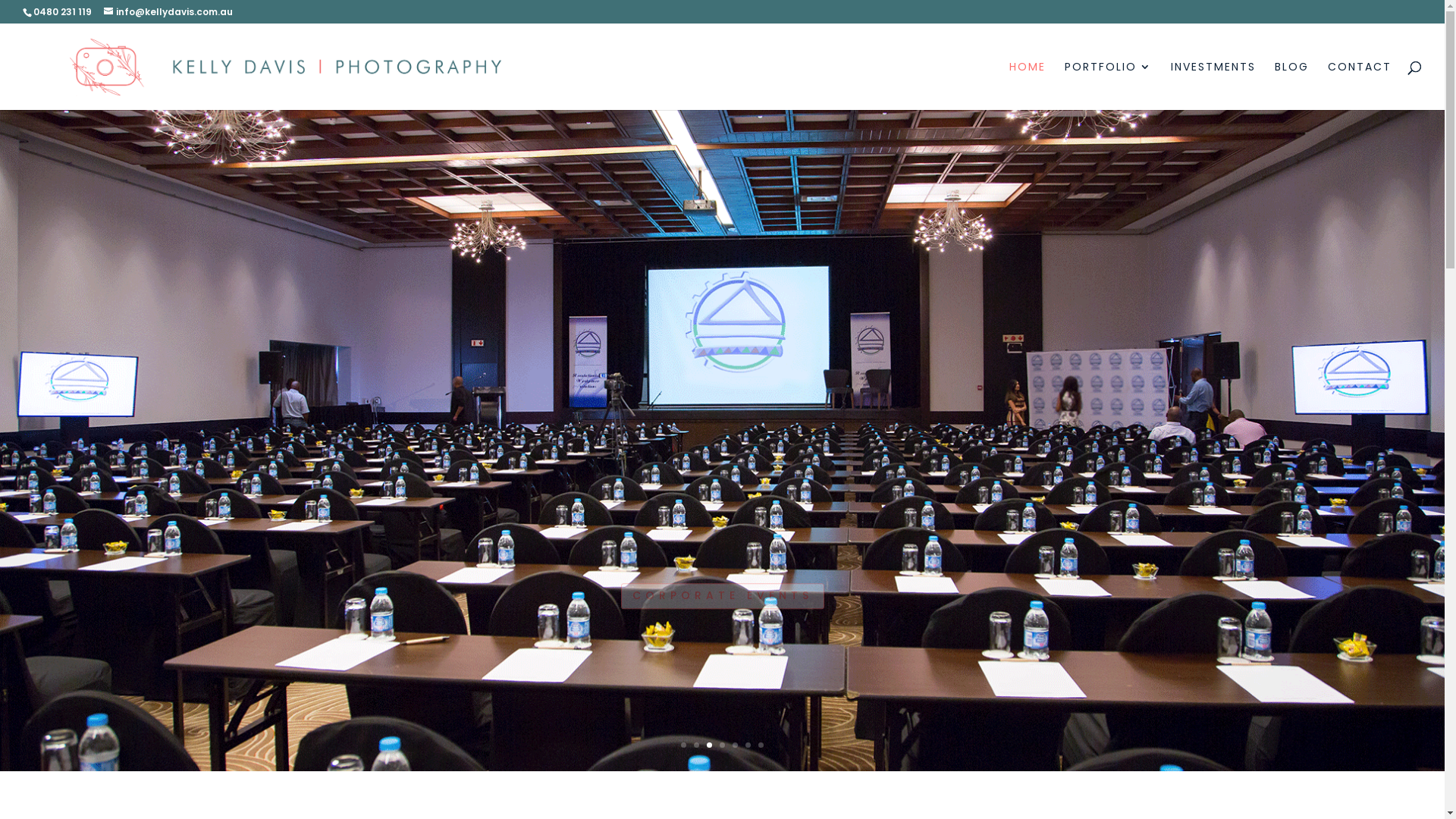  I want to click on 'CONTACT', so click(1360, 85).